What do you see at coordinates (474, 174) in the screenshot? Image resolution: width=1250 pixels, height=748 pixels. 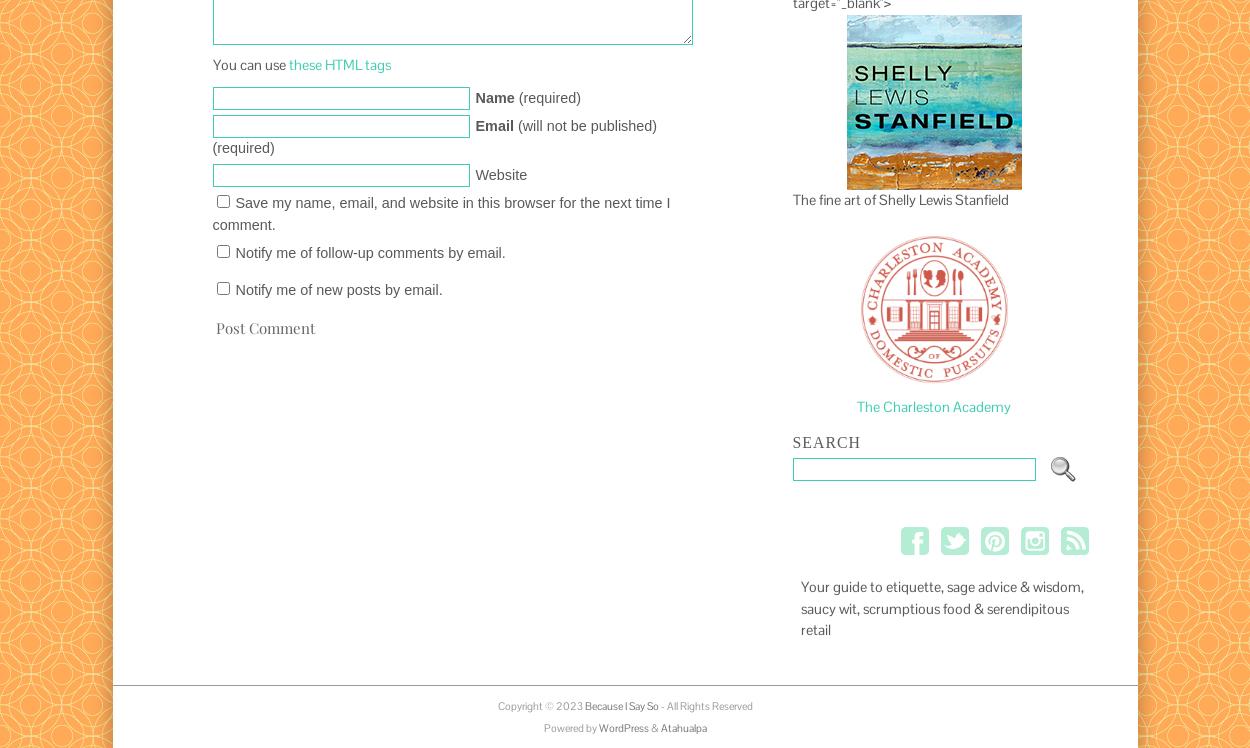 I see `'Website'` at bounding box center [474, 174].